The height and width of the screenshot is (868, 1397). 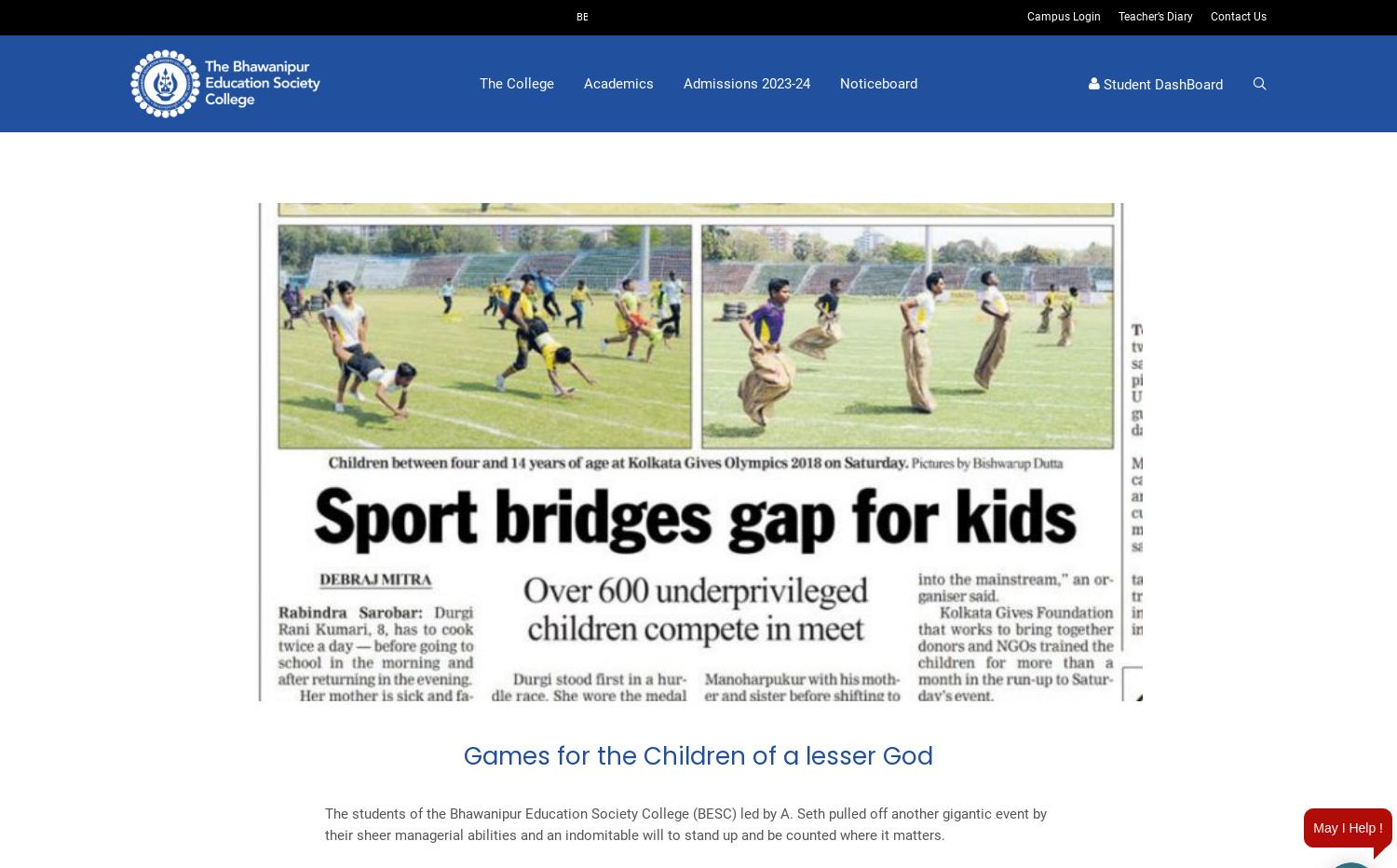 What do you see at coordinates (1347, 828) in the screenshot?
I see `'May I Help !'` at bounding box center [1347, 828].